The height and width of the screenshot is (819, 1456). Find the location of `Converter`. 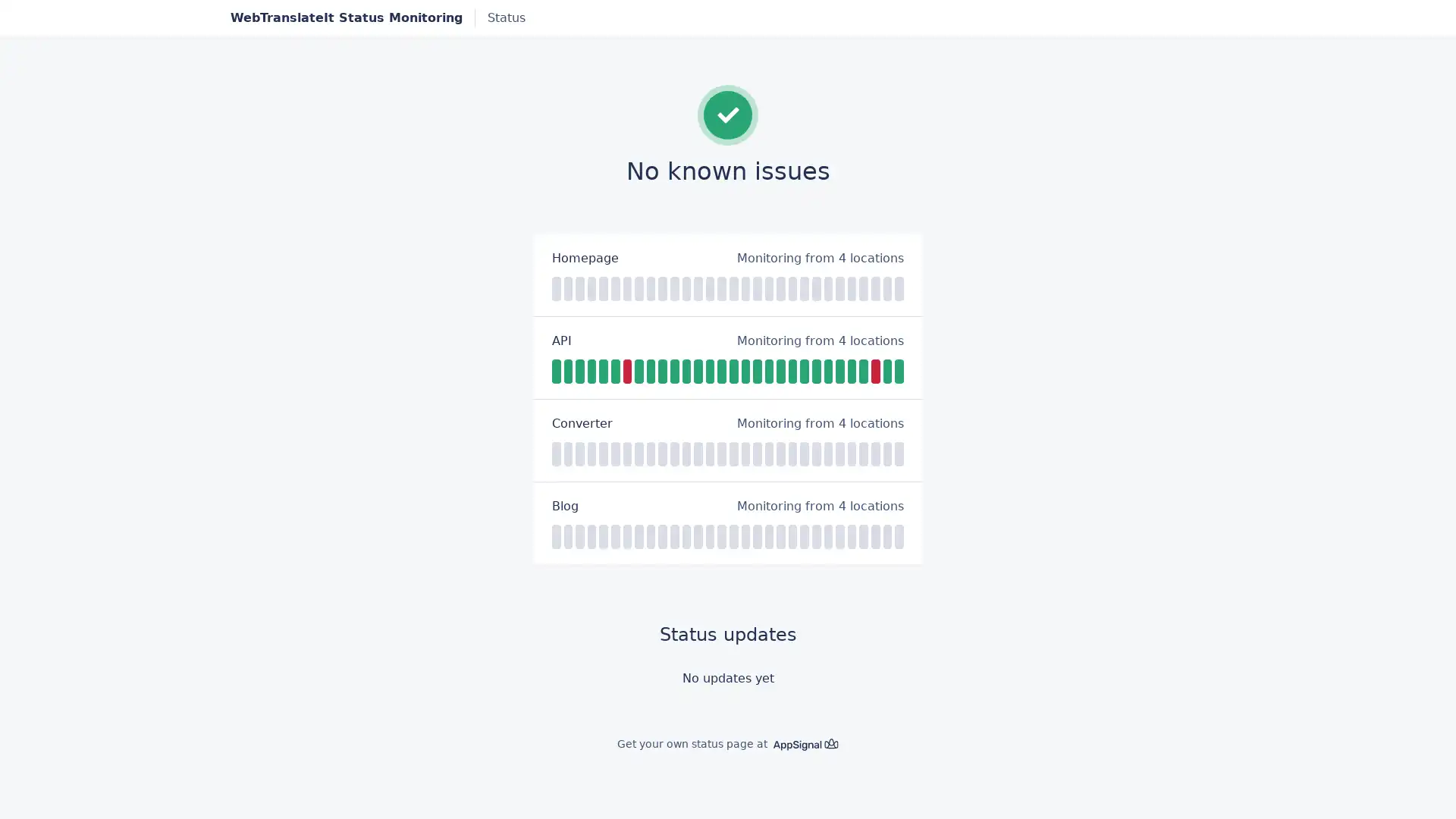

Converter is located at coordinates (582, 423).